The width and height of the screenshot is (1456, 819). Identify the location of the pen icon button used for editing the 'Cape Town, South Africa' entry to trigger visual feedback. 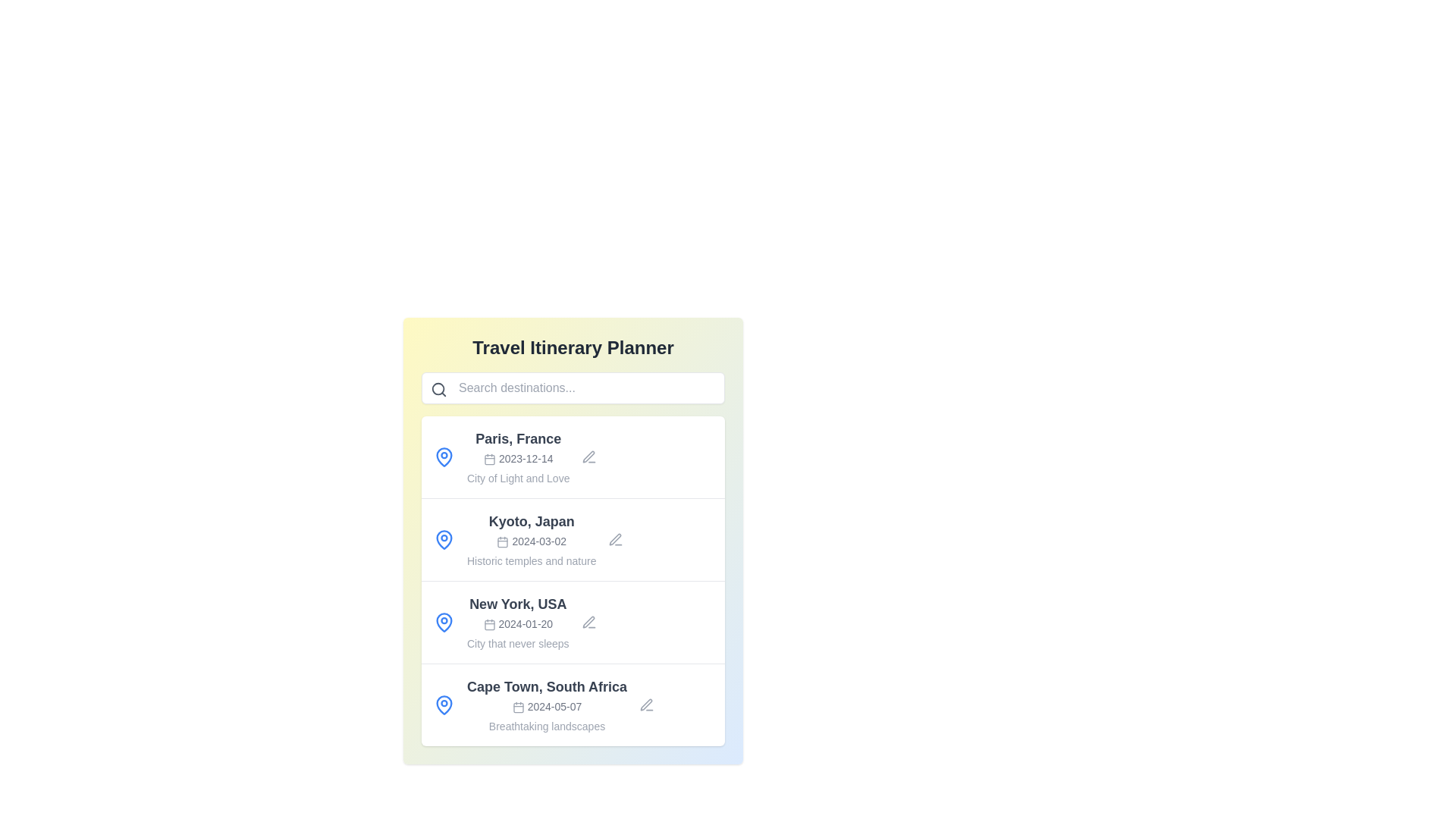
(647, 704).